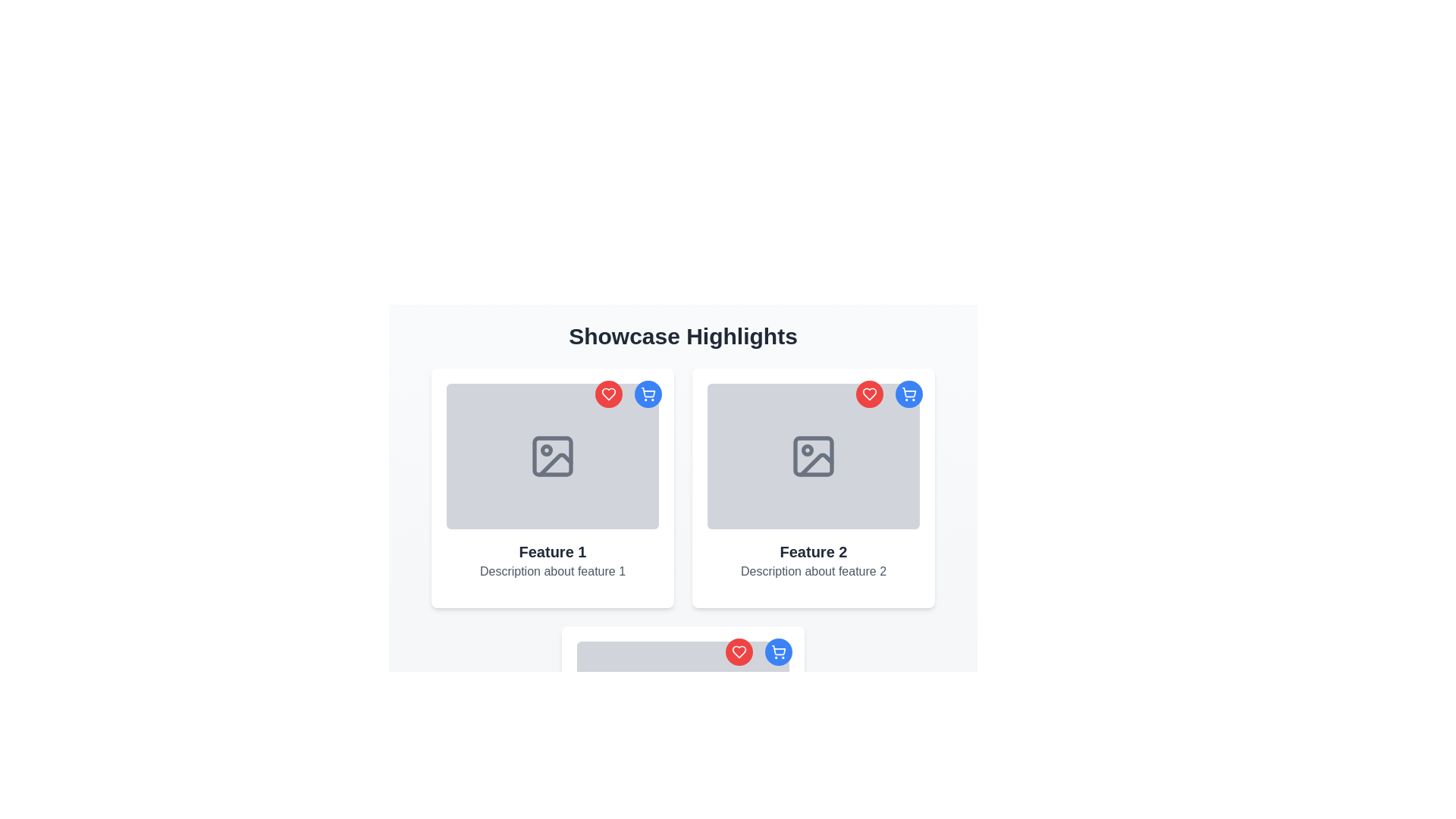  Describe the element at coordinates (889, 394) in the screenshot. I see `the right circular button with a blue background and a white shopping cart icon, positioned at the top-right corner of the 'Feature 2' card` at that location.